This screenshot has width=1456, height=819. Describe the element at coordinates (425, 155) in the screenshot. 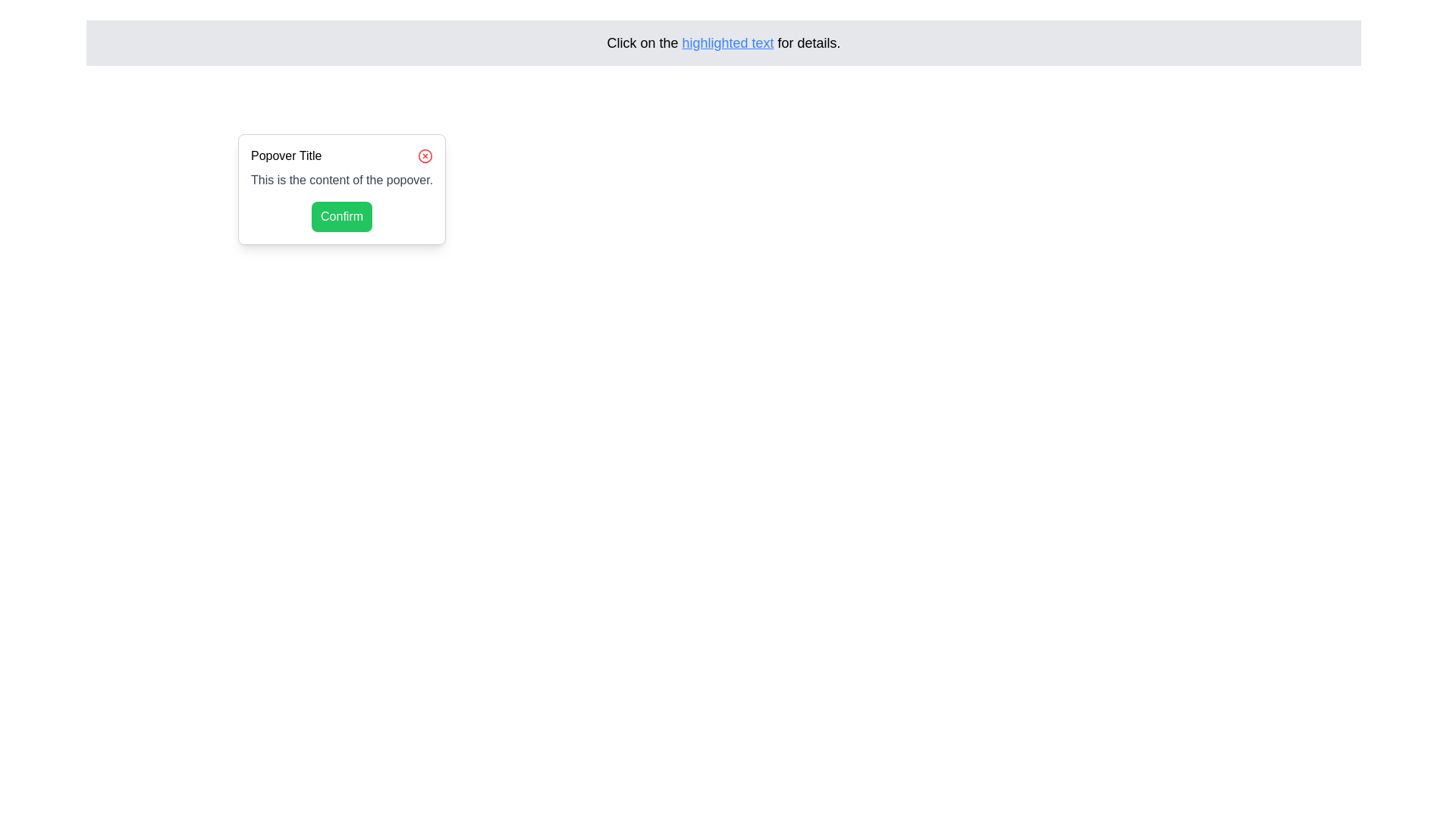

I see `the red circular button with a white cross, located next to the text 'Popover Title'` at that location.